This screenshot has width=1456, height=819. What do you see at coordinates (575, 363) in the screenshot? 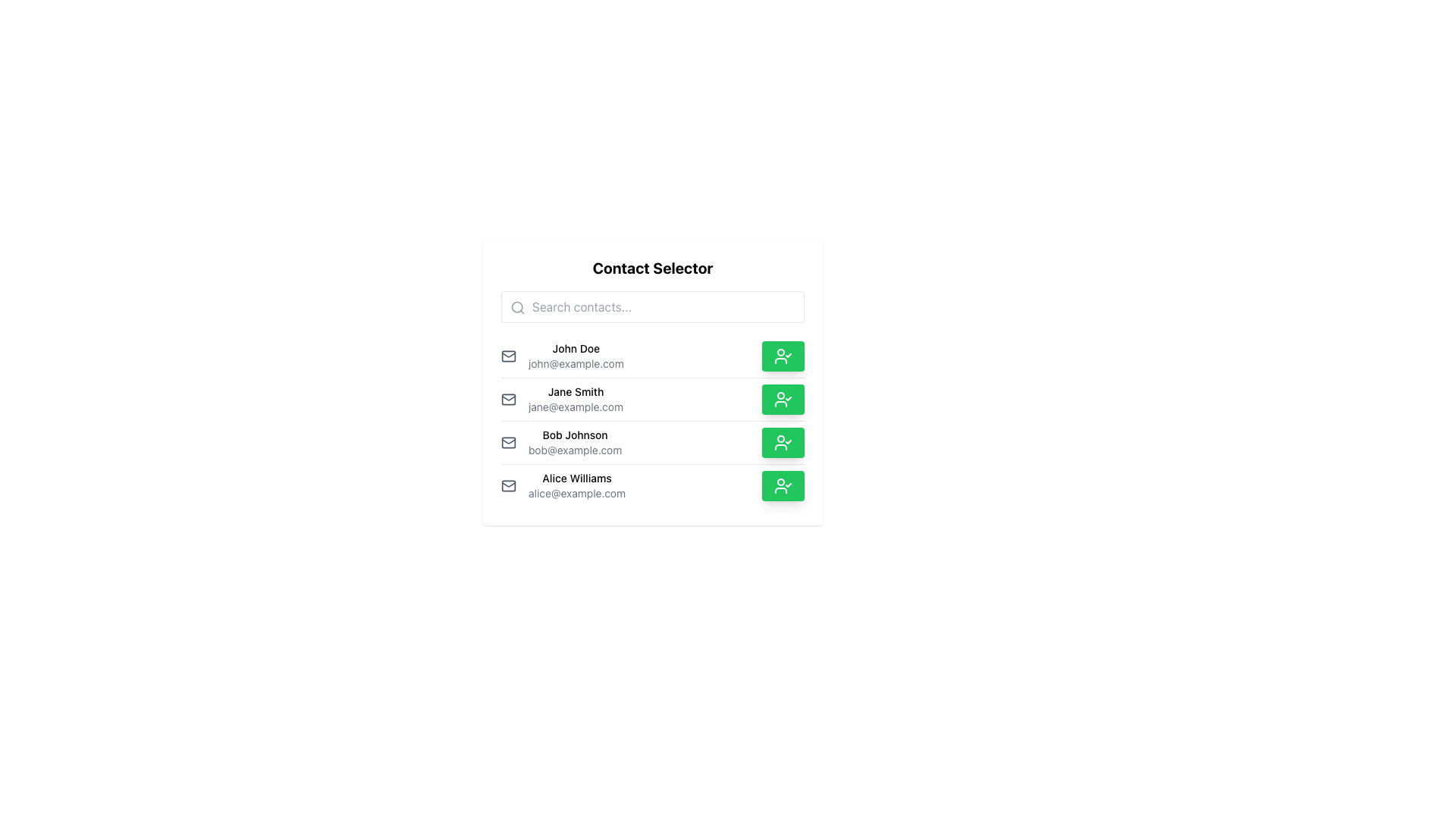
I see `the text label displaying the email address associated with the contact 'John Doe'` at bounding box center [575, 363].